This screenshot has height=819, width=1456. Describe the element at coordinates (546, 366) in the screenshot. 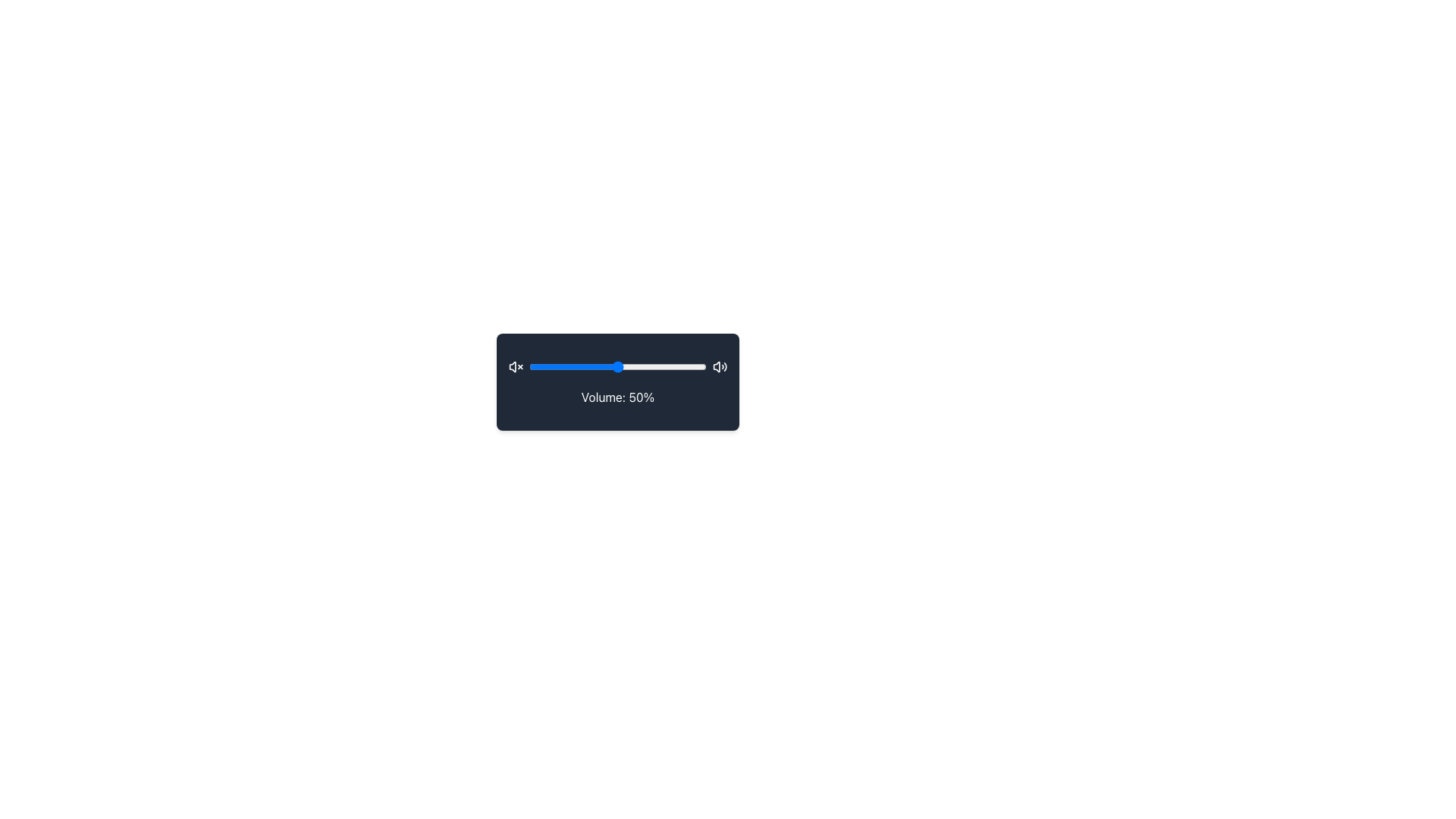

I see `the volume` at that location.